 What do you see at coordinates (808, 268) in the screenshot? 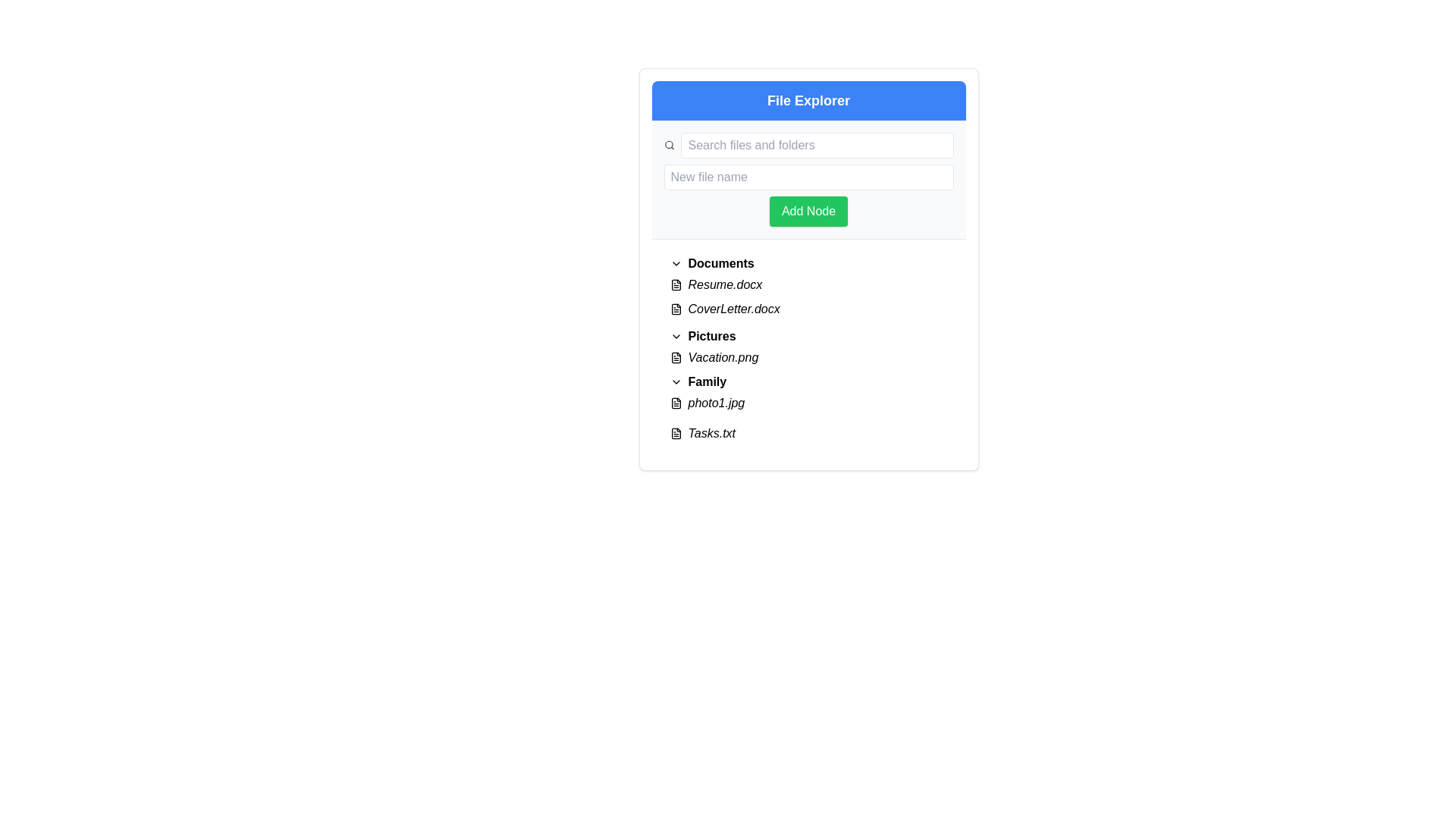
I see `the central file management section` at bounding box center [808, 268].